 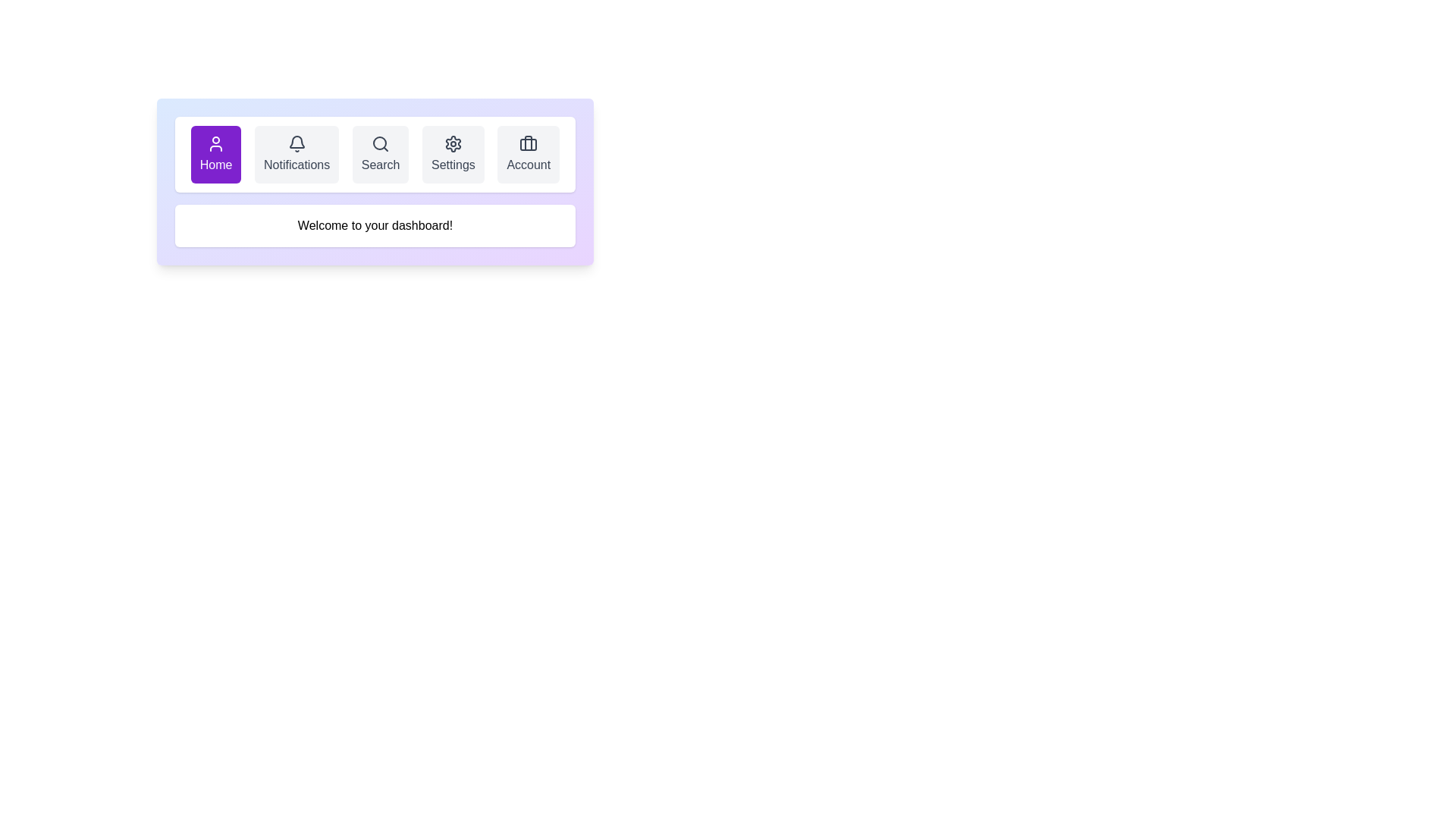 What do you see at coordinates (529, 145) in the screenshot?
I see `the visual vector graphic shape that is part of the briefcase icon in the 'Account' section of the navigation bar, located at the far-right end of the top navigation bar` at bounding box center [529, 145].